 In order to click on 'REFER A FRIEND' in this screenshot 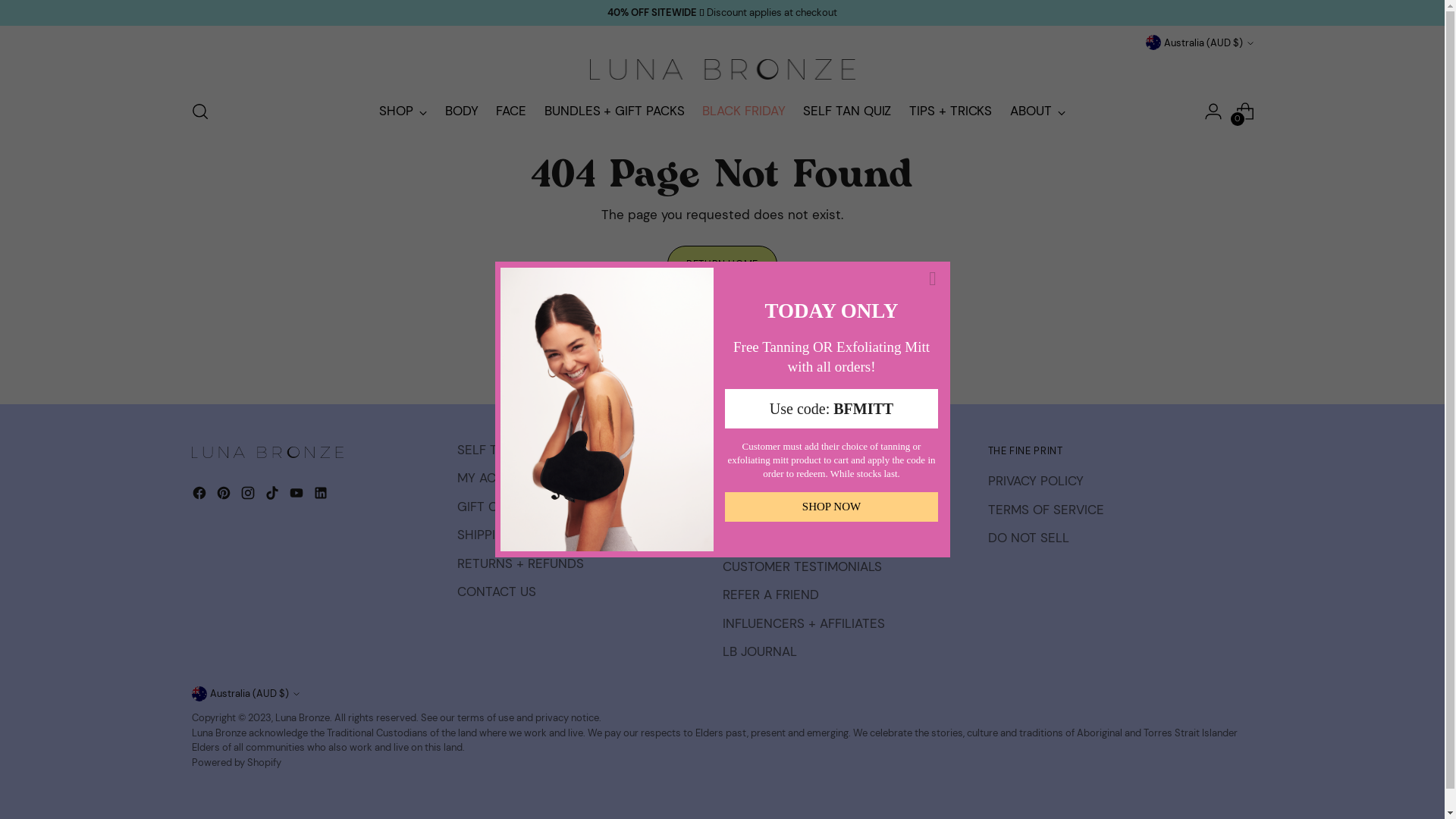, I will do `click(770, 593)`.